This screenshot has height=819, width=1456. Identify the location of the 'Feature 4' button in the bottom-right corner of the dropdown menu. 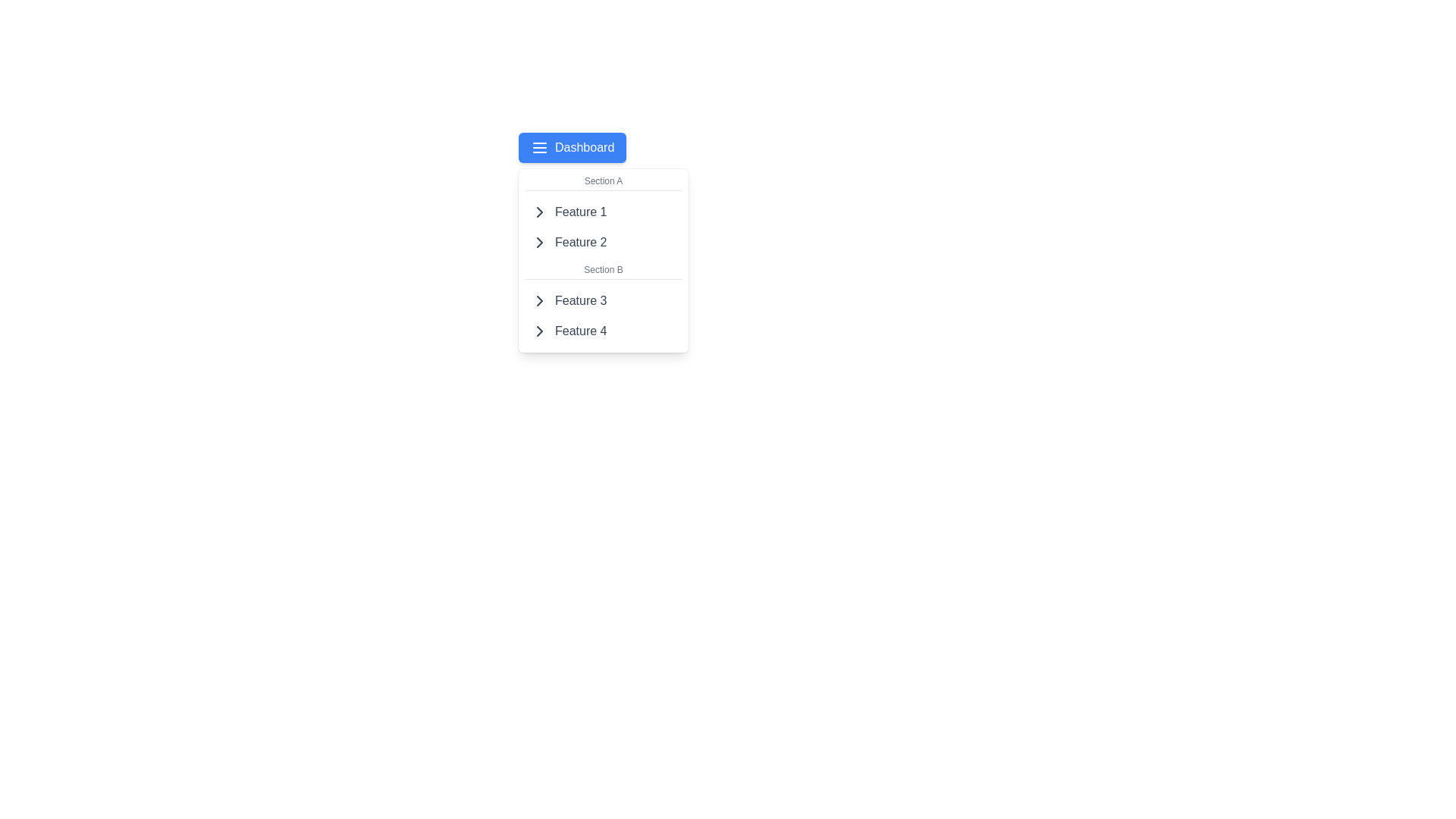
(603, 330).